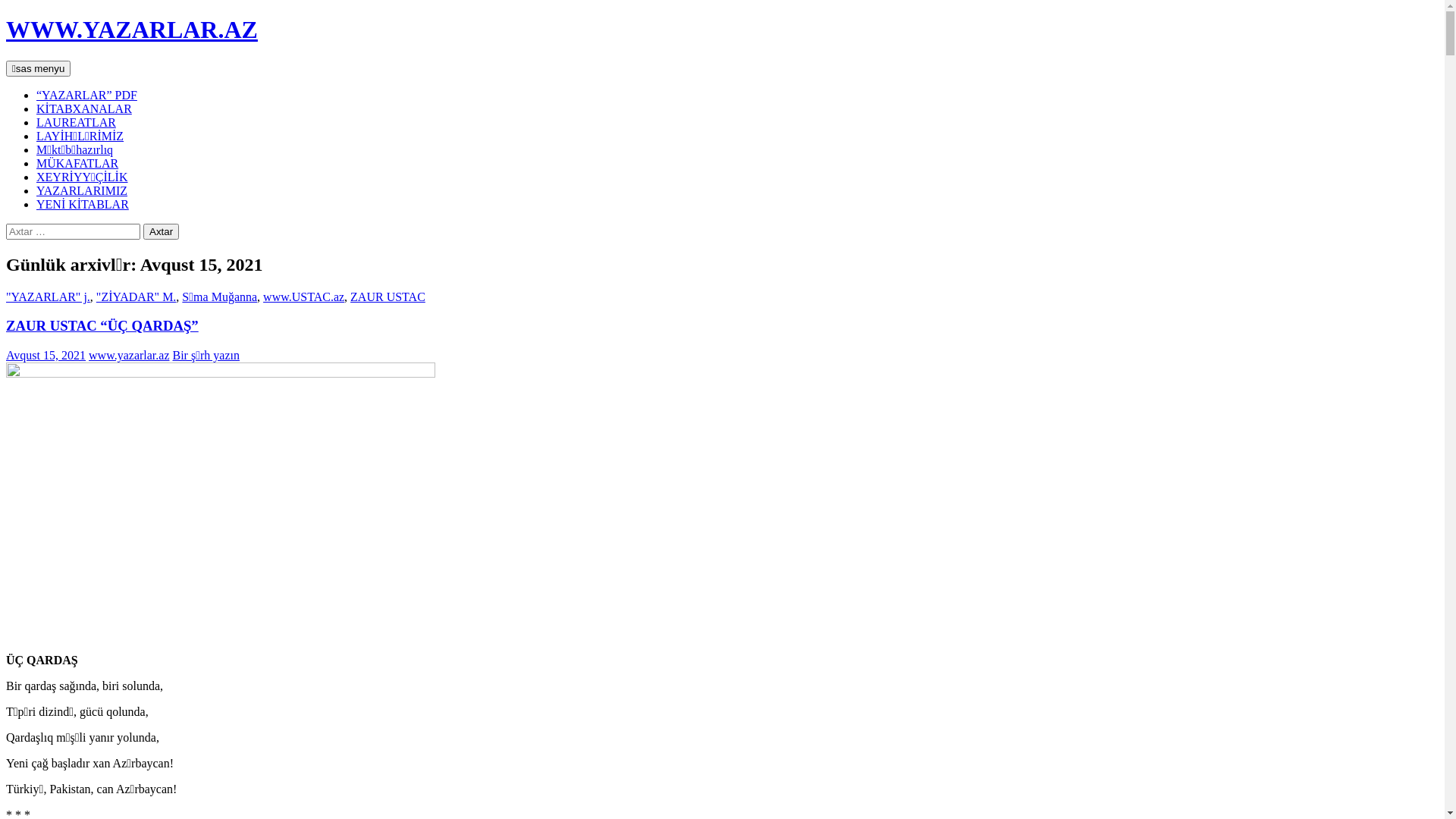 The image size is (1456, 819). What do you see at coordinates (131, 29) in the screenshot?
I see `'WWW.YAZARLAR.AZ'` at bounding box center [131, 29].